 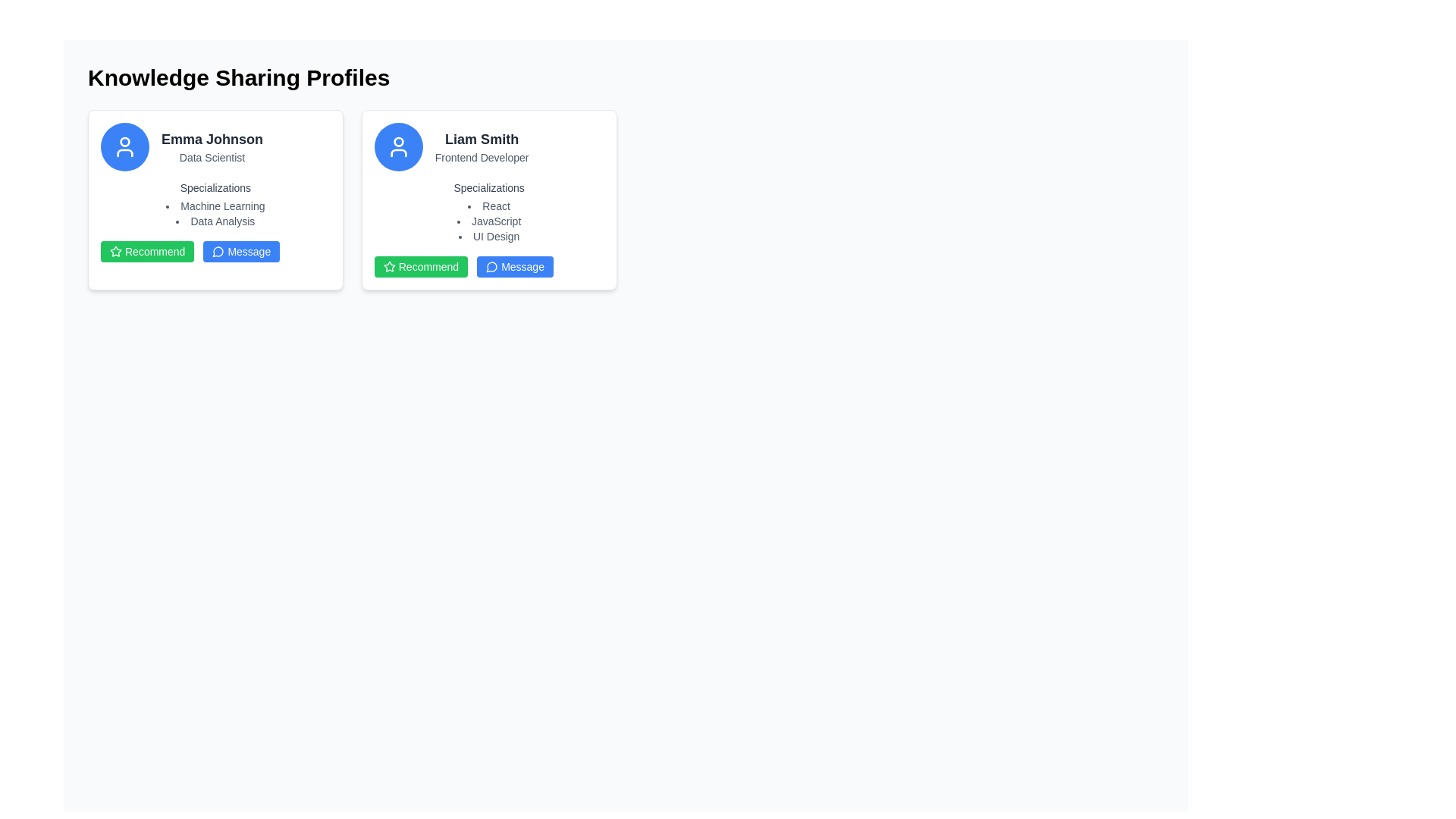 What do you see at coordinates (398, 142) in the screenshot?
I see `the small circular shape representing the head in the user avatar icon for 'Liam Smith' within the blue circular background` at bounding box center [398, 142].